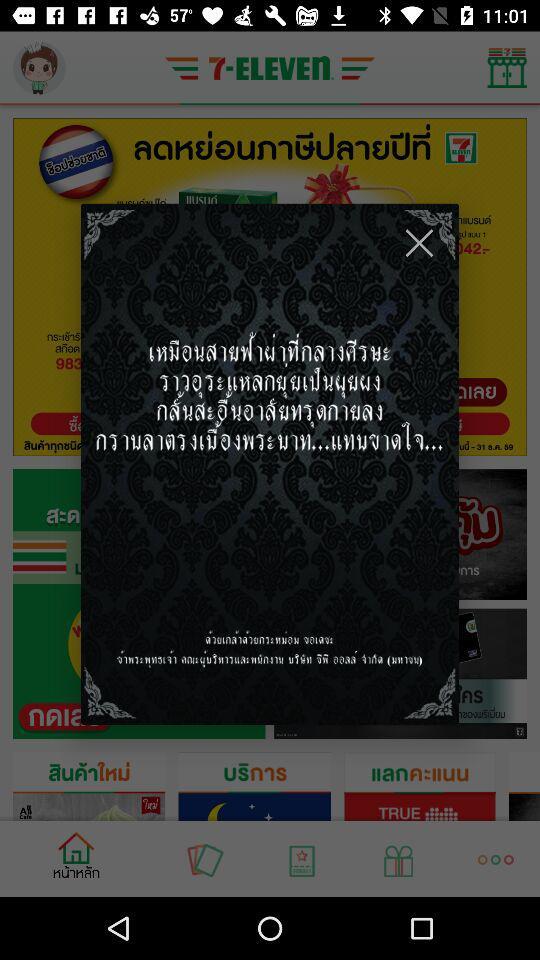 Image resolution: width=540 pixels, height=960 pixels. What do you see at coordinates (418, 242) in the screenshot?
I see `icon at the top right corner` at bounding box center [418, 242].